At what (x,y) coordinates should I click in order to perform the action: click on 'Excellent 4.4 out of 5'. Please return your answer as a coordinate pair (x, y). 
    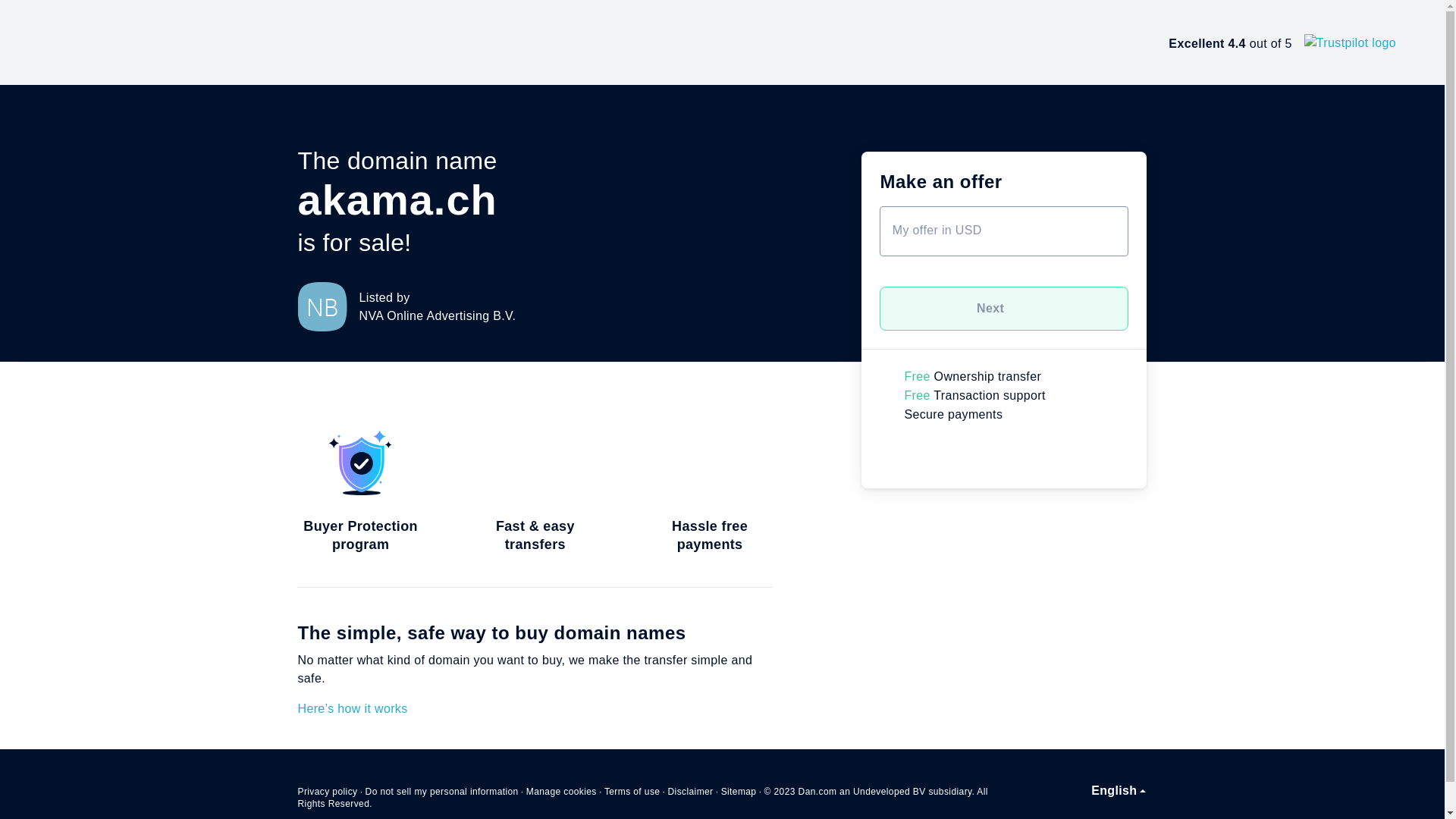
    Looking at the image, I should click on (1281, 42).